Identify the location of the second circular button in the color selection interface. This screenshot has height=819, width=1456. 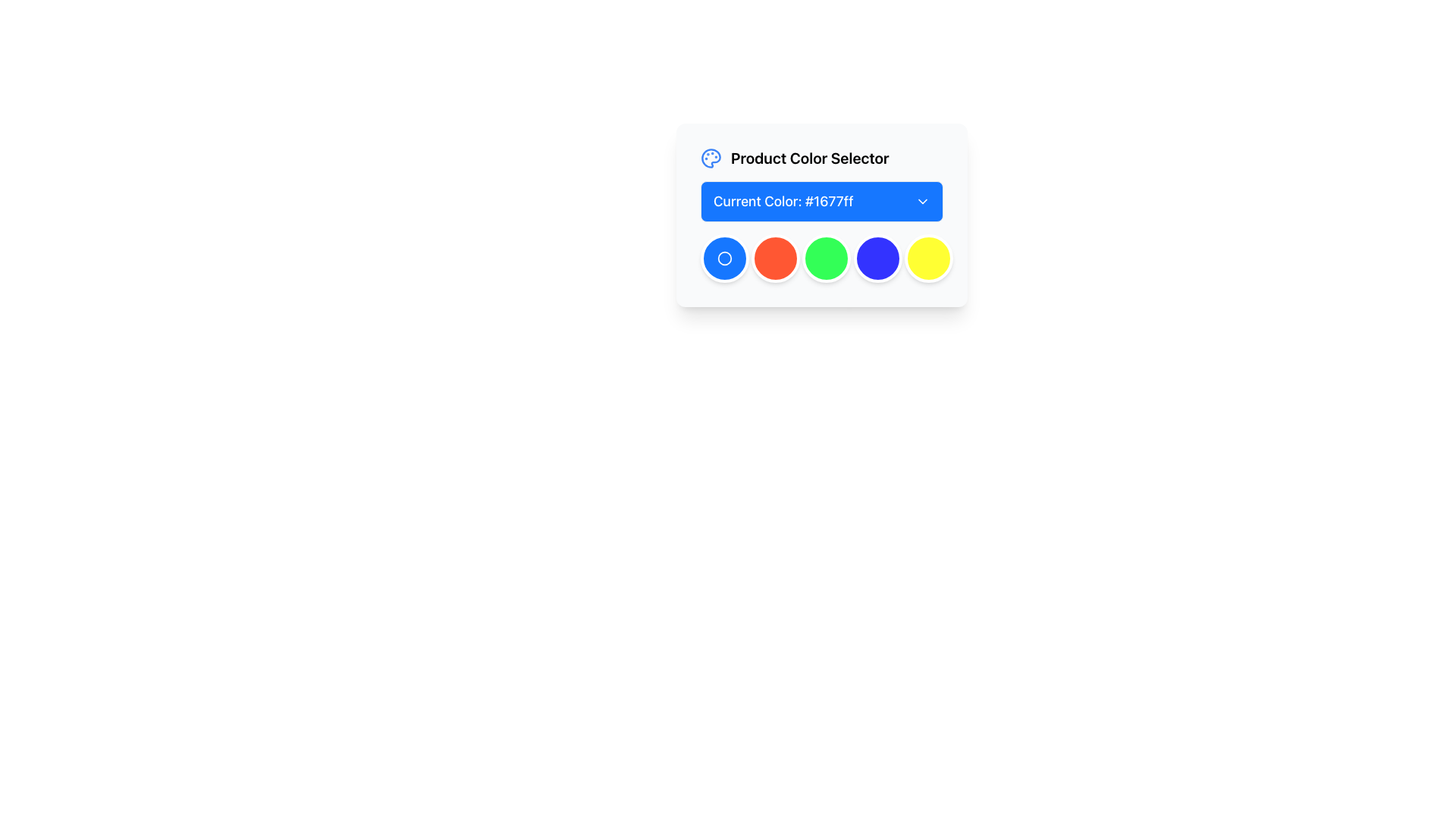
(776, 257).